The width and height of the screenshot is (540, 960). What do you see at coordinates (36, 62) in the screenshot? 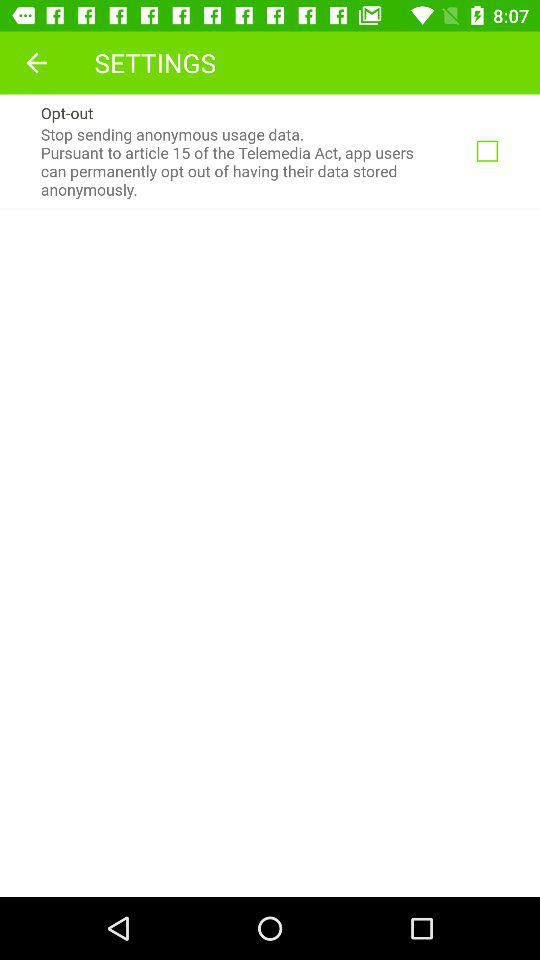
I see `the icon to the left of the settings item` at bounding box center [36, 62].